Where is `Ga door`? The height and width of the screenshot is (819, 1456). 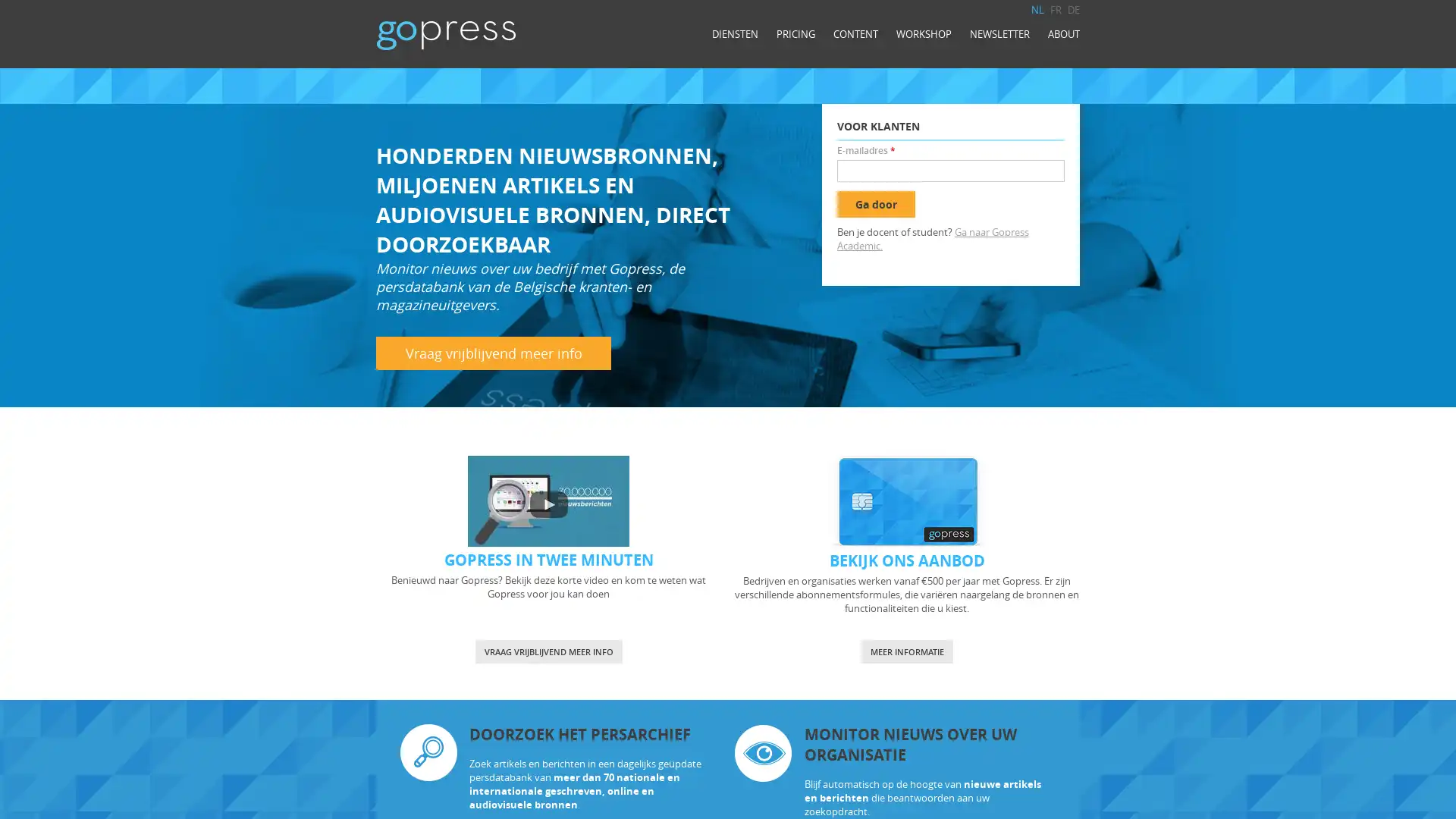
Ga door is located at coordinates (875, 202).